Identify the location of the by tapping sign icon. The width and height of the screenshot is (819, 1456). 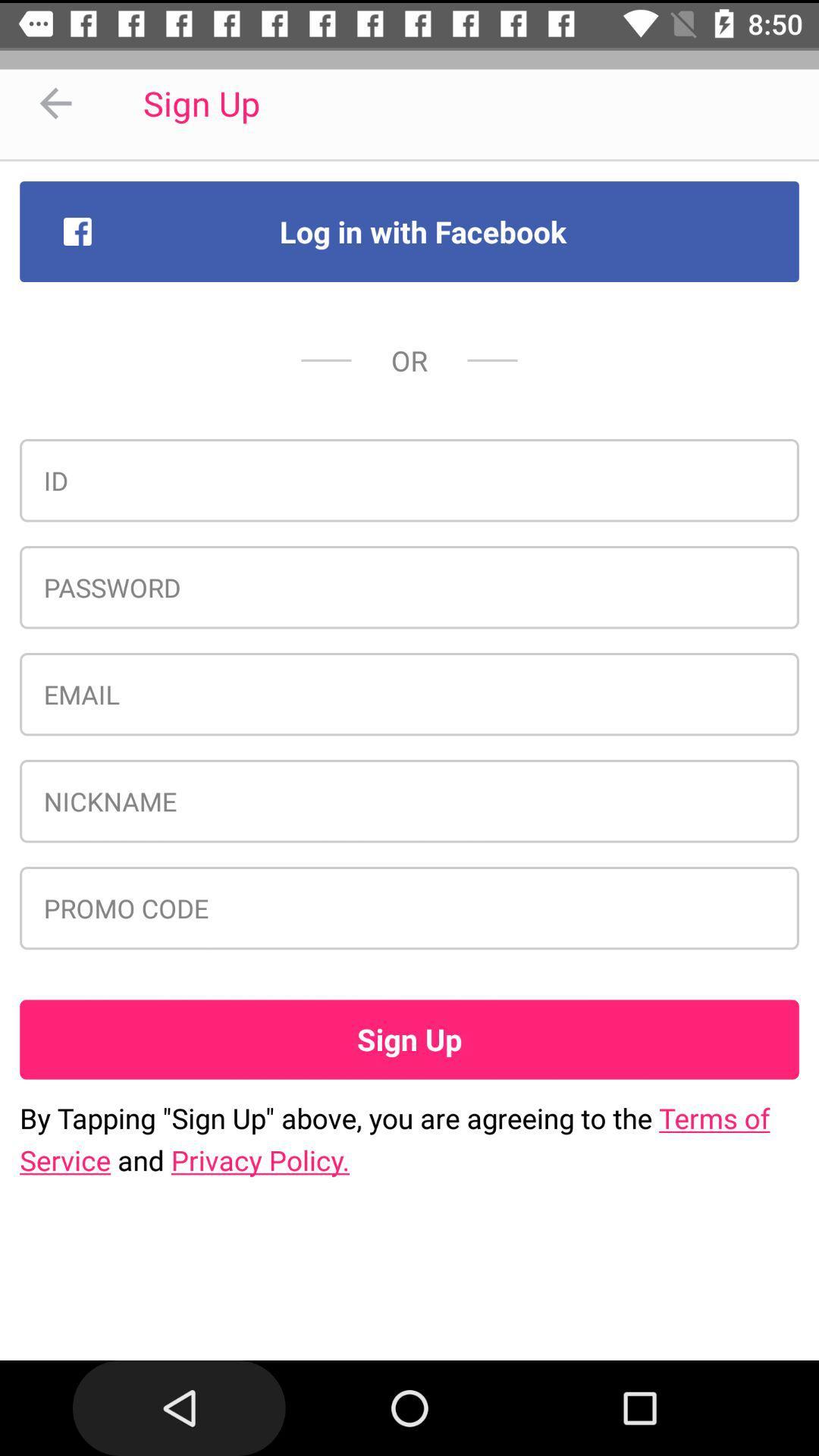
(409, 1139).